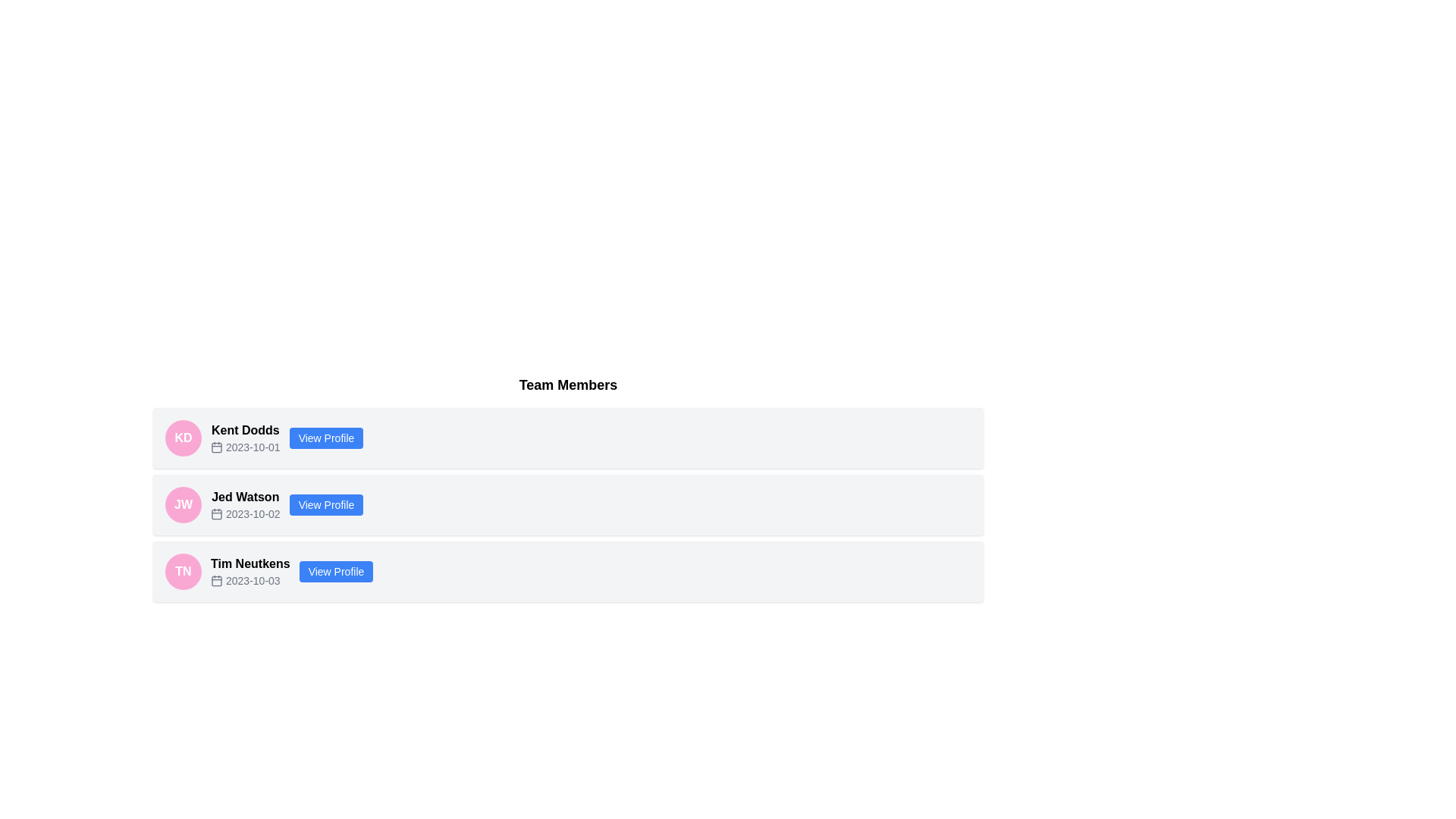  What do you see at coordinates (245, 438) in the screenshot?
I see `the Composite text element displaying 'Kent Dodds'` at bounding box center [245, 438].